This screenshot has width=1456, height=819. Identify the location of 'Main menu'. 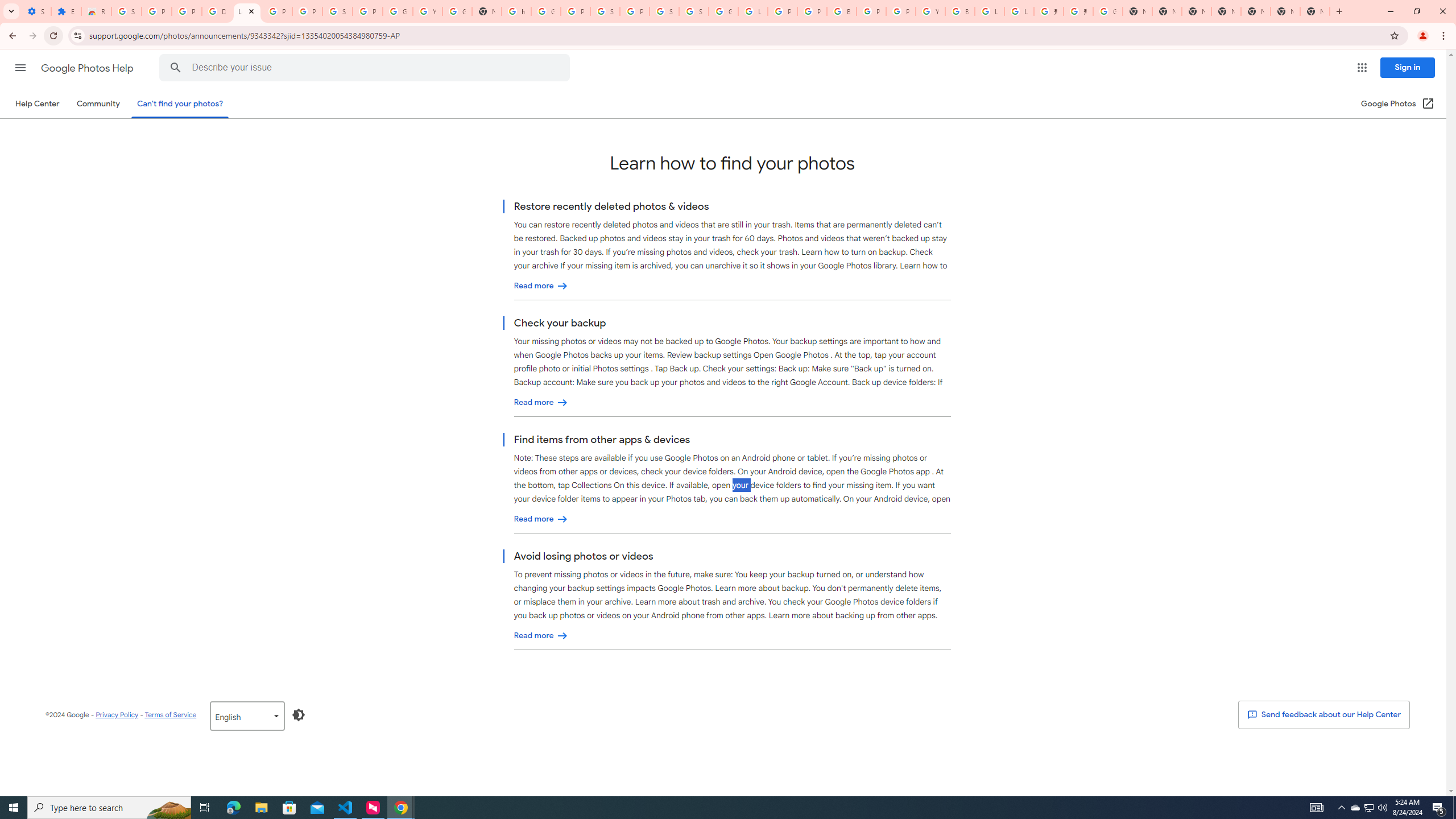
(19, 67).